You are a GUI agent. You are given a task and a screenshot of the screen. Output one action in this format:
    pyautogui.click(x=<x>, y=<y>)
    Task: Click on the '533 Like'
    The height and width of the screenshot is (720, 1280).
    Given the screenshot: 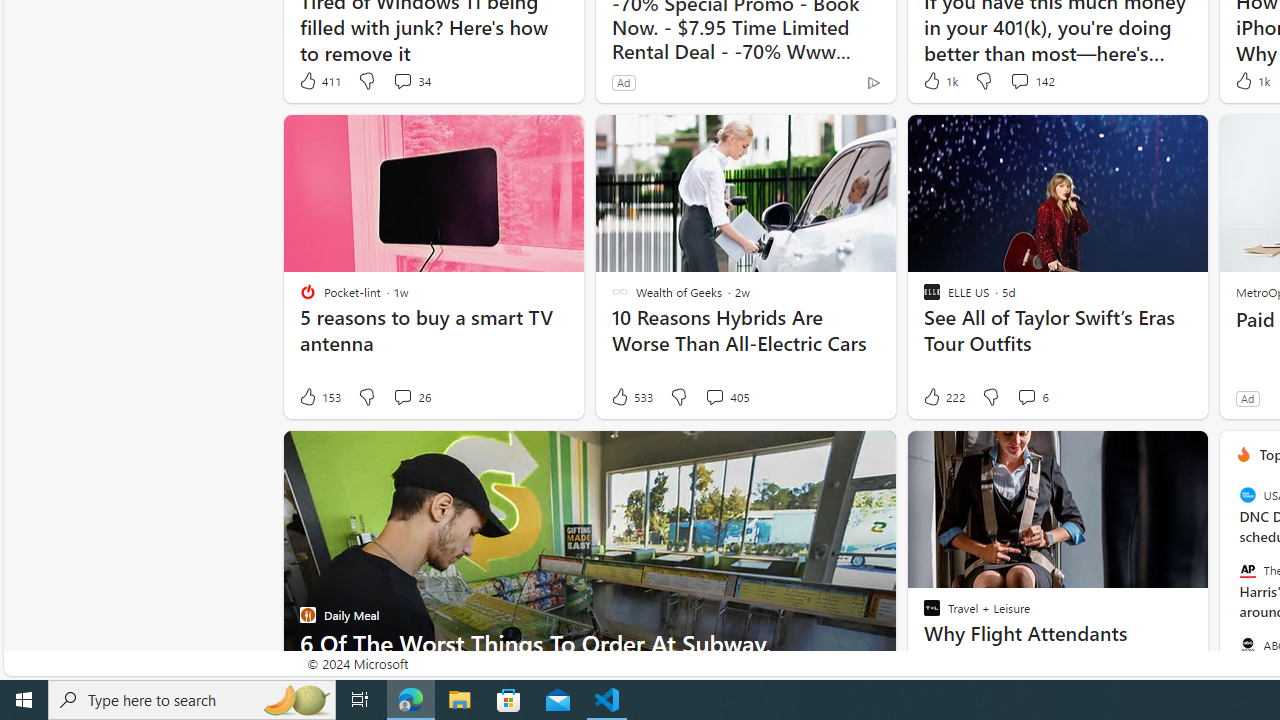 What is the action you would take?
    pyautogui.click(x=630, y=397)
    